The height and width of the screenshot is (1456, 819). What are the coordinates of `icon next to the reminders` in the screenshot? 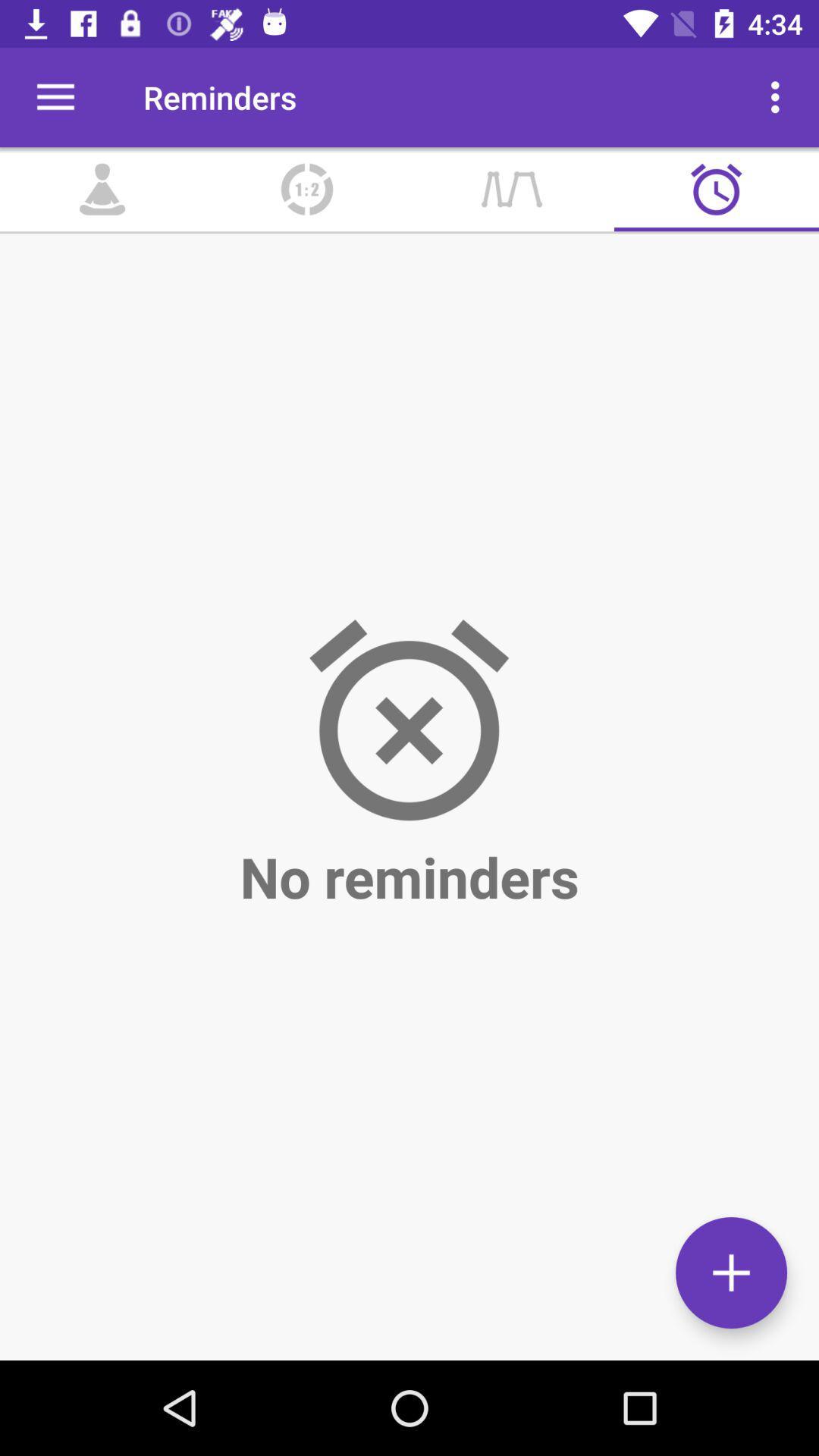 It's located at (55, 96).